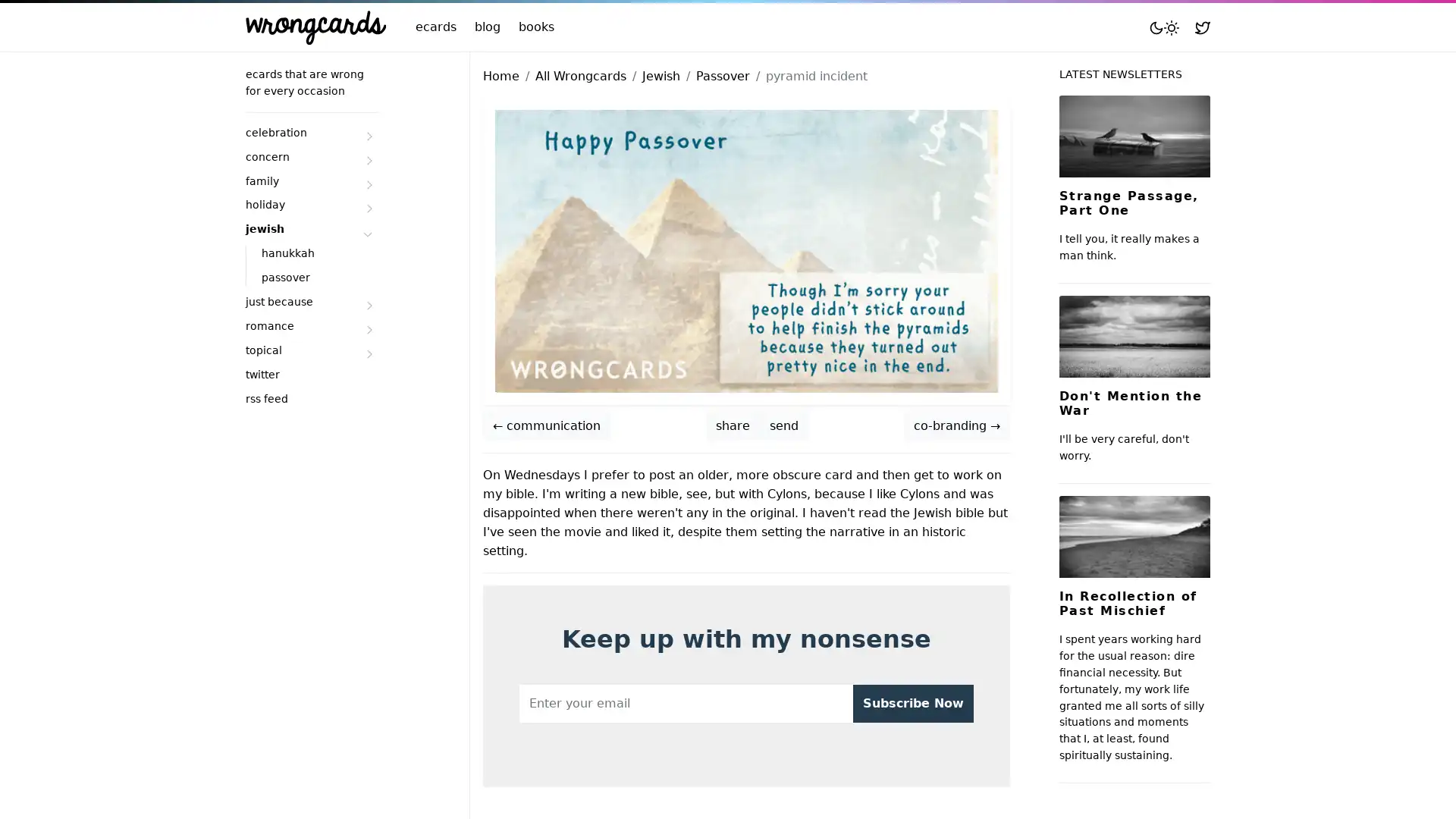  Describe the element at coordinates (546, 425) in the screenshot. I see `communication` at that location.